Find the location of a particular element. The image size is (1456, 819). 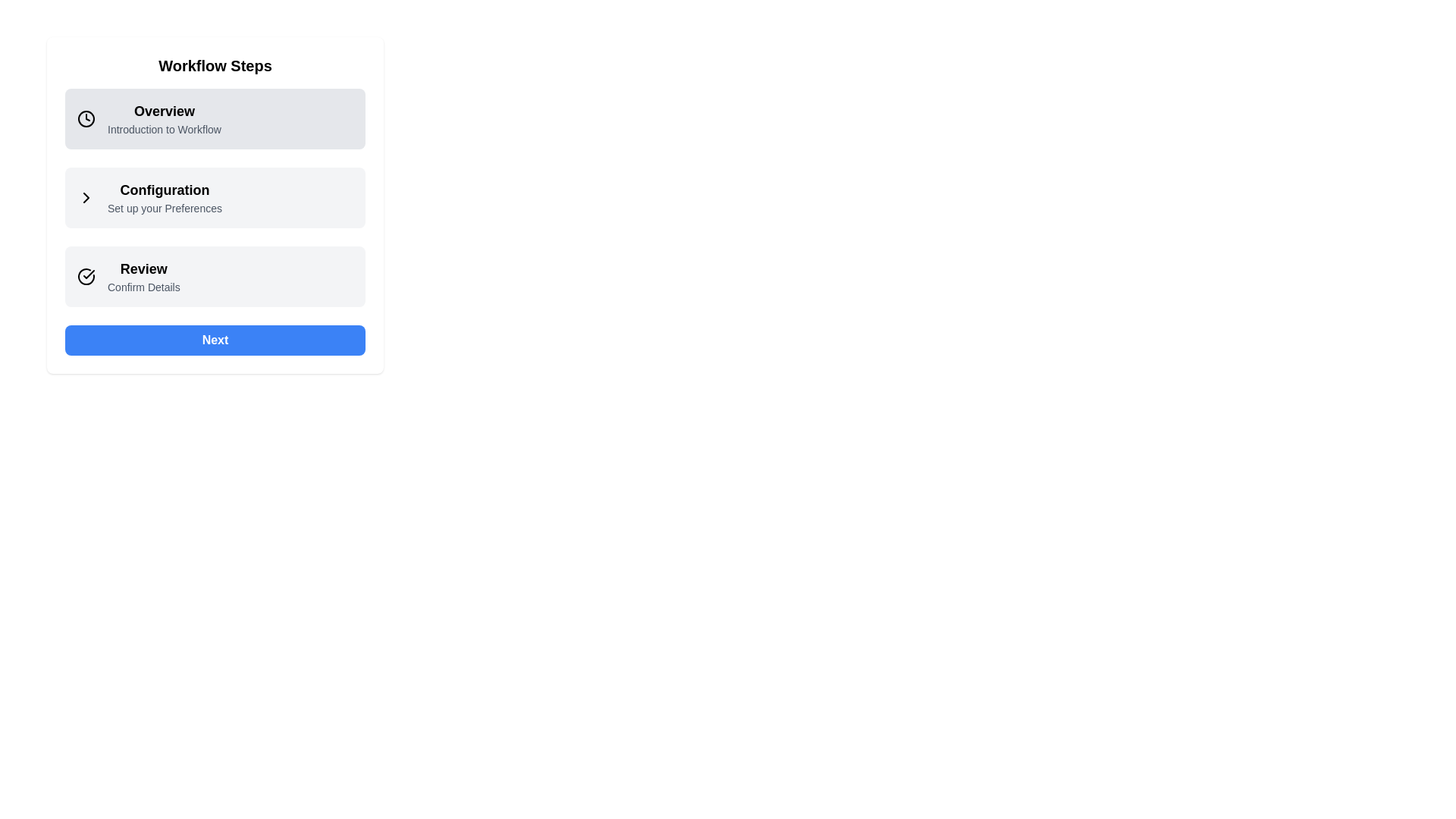

the bold text label 'Review' which is prominently displayed in the 'Workflow Steps' section, located above the gray description text 'Confirm Details' and adjacent to a checkmark icon is located at coordinates (143, 268).